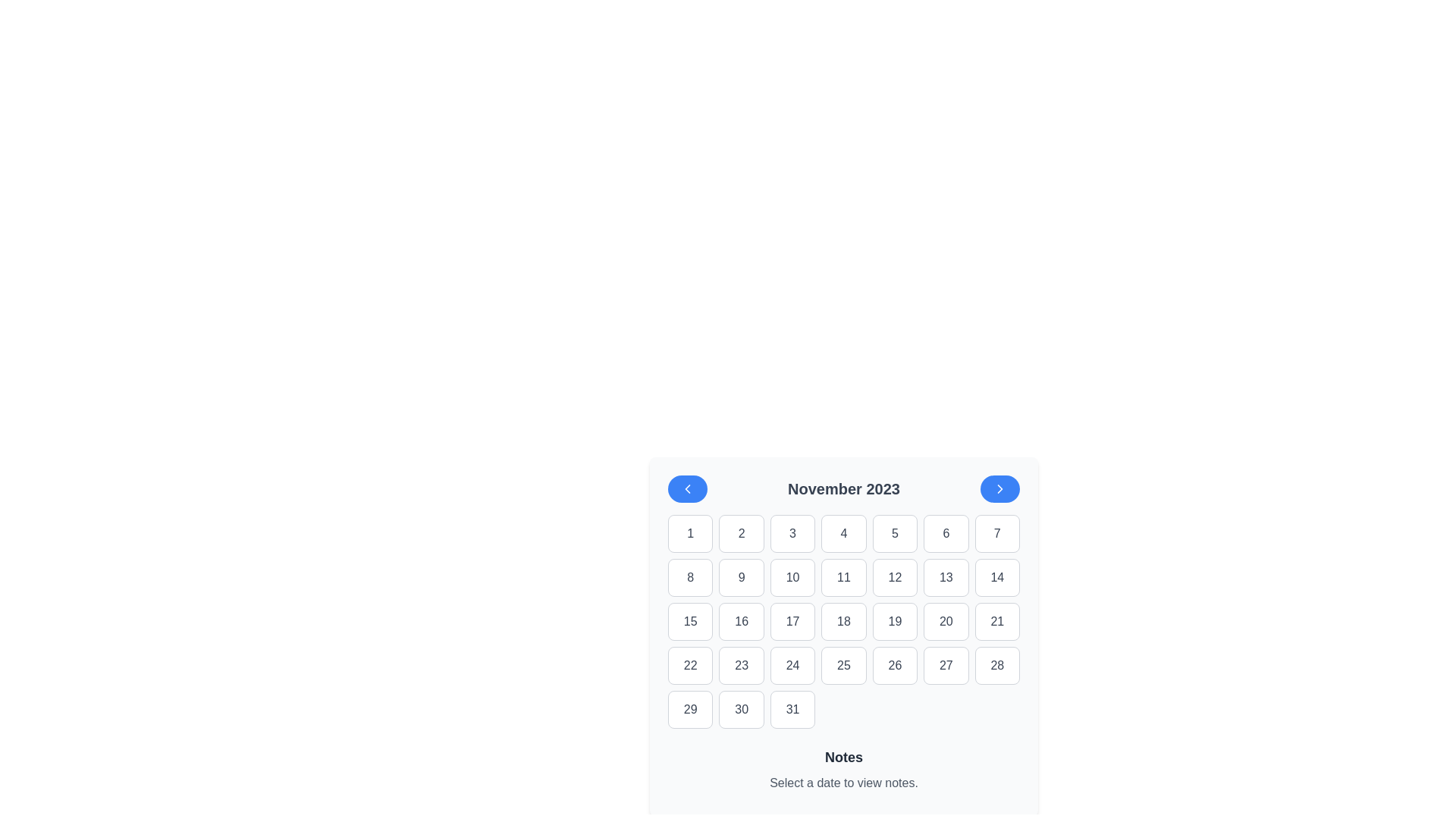 Image resolution: width=1456 pixels, height=819 pixels. I want to click on the selectable day button in the calendar interface, so click(792, 533).